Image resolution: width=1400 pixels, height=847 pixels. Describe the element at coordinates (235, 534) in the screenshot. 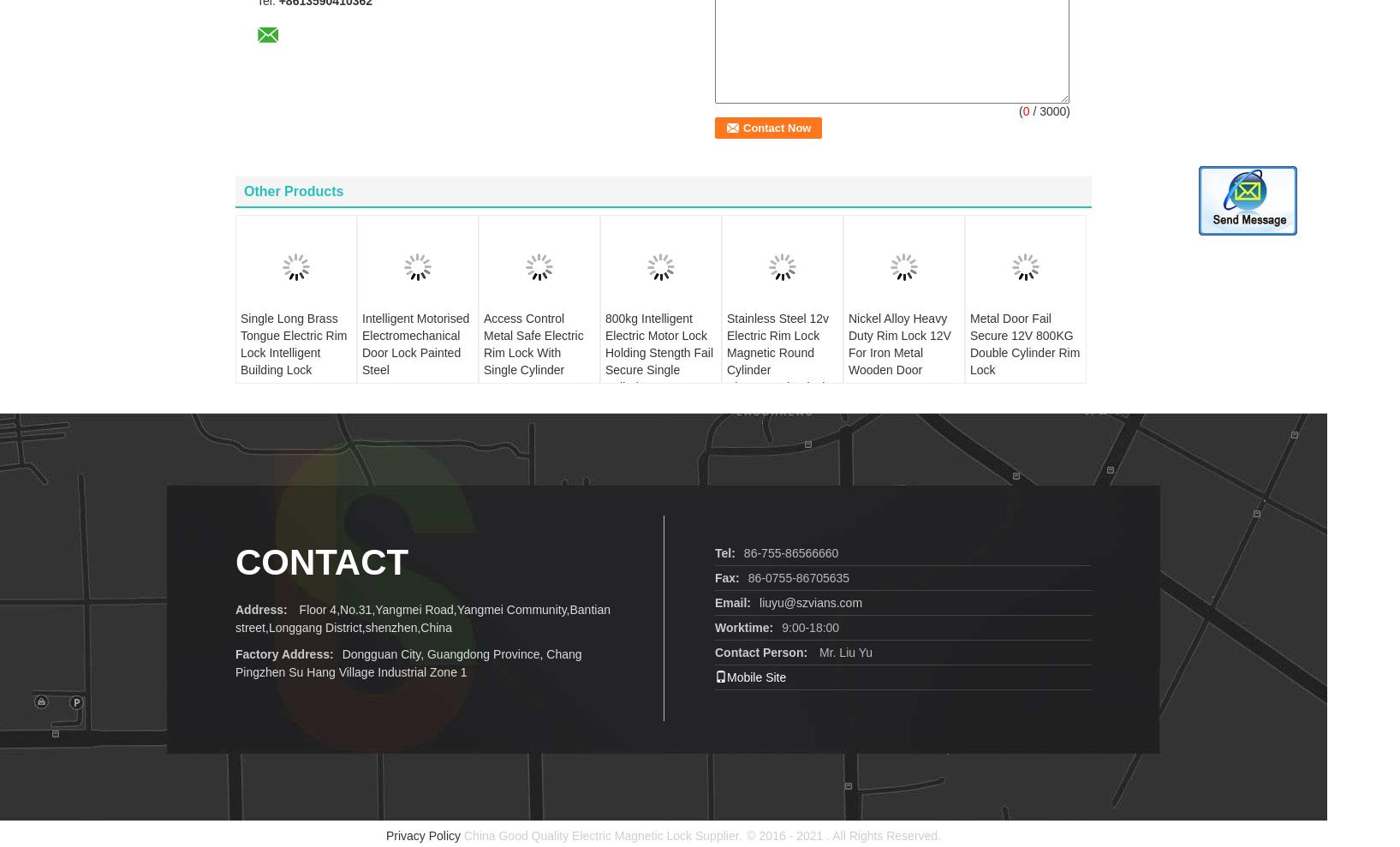

I see `'Contact'` at that location.